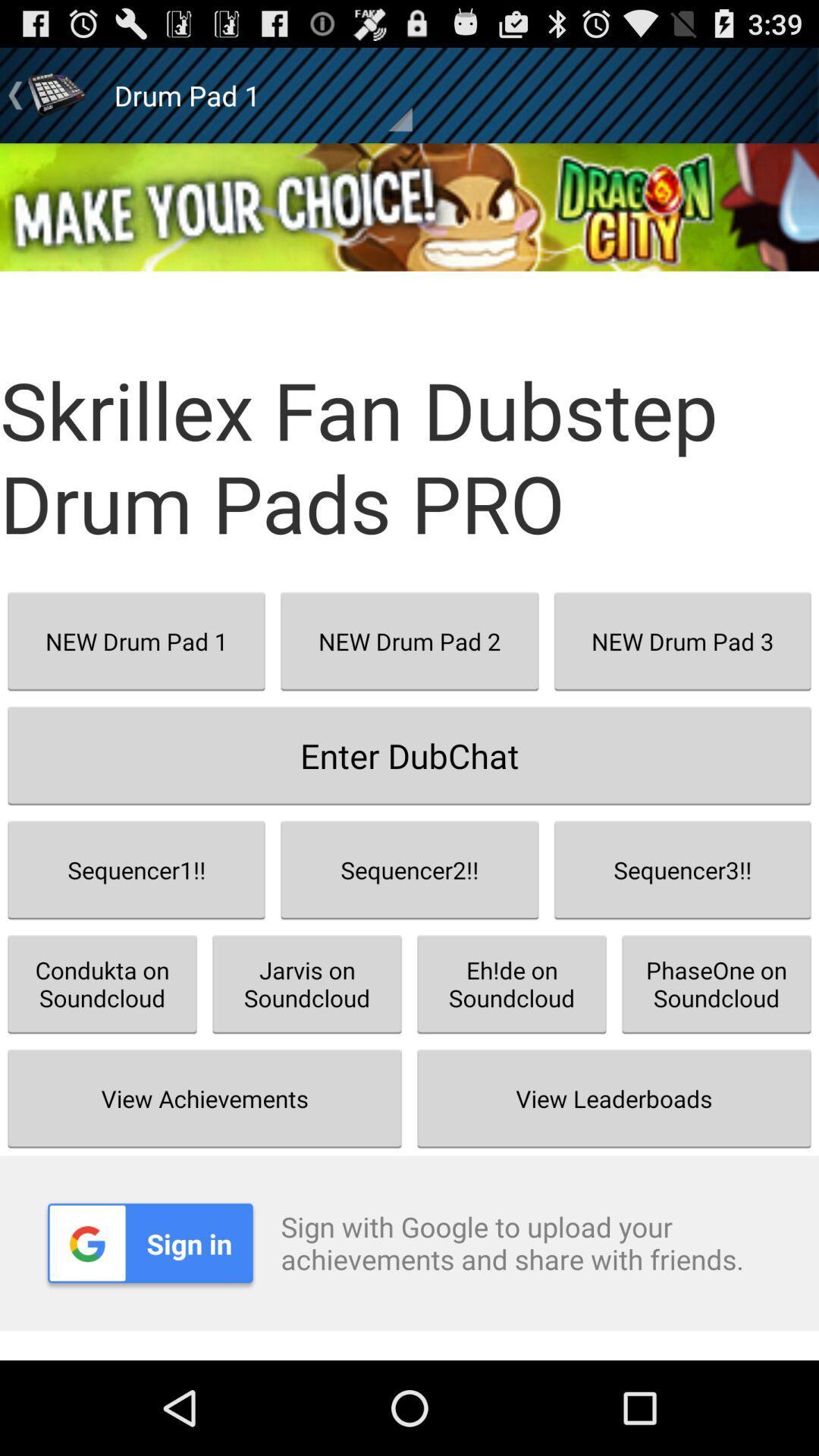 The image size is (819, 1456). What do you see at coordinates (409, 206) in the screenshot?
I see `advertisement` at bounding box center [409, 206].